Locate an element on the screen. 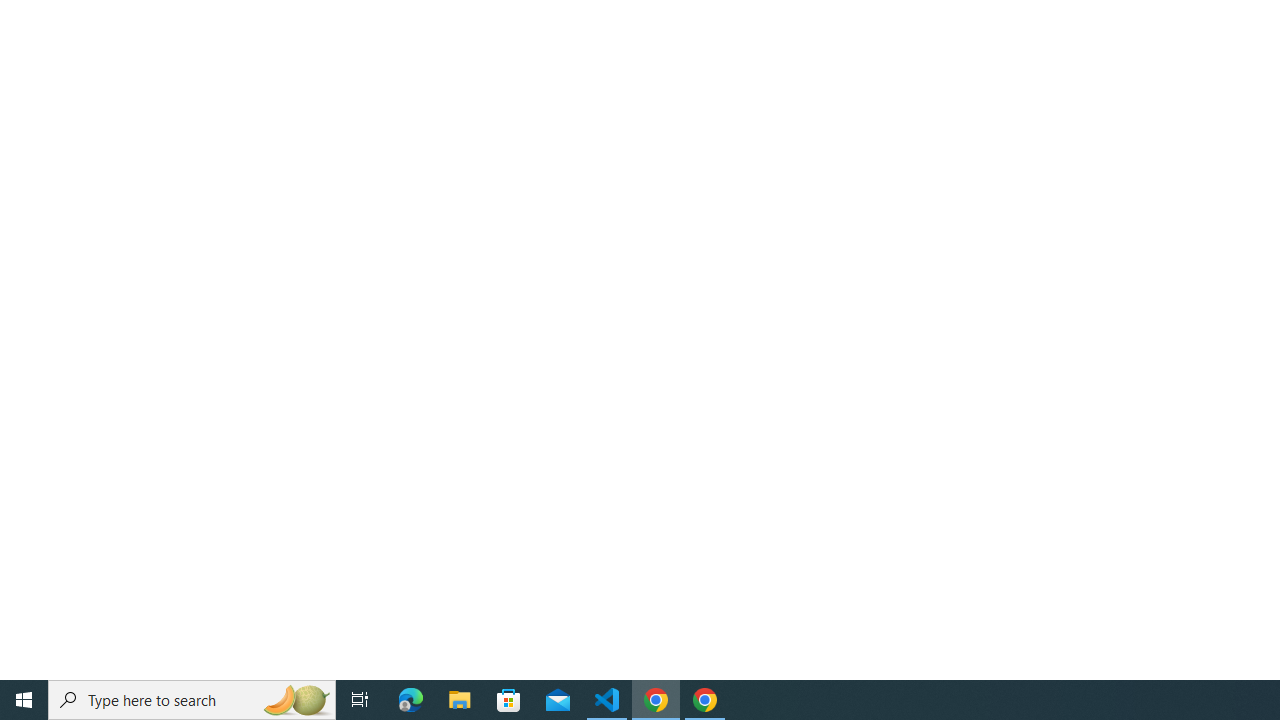 This screenshot has height=720, width=1280. 'Type here to search' is located at coordinates (192, 698).